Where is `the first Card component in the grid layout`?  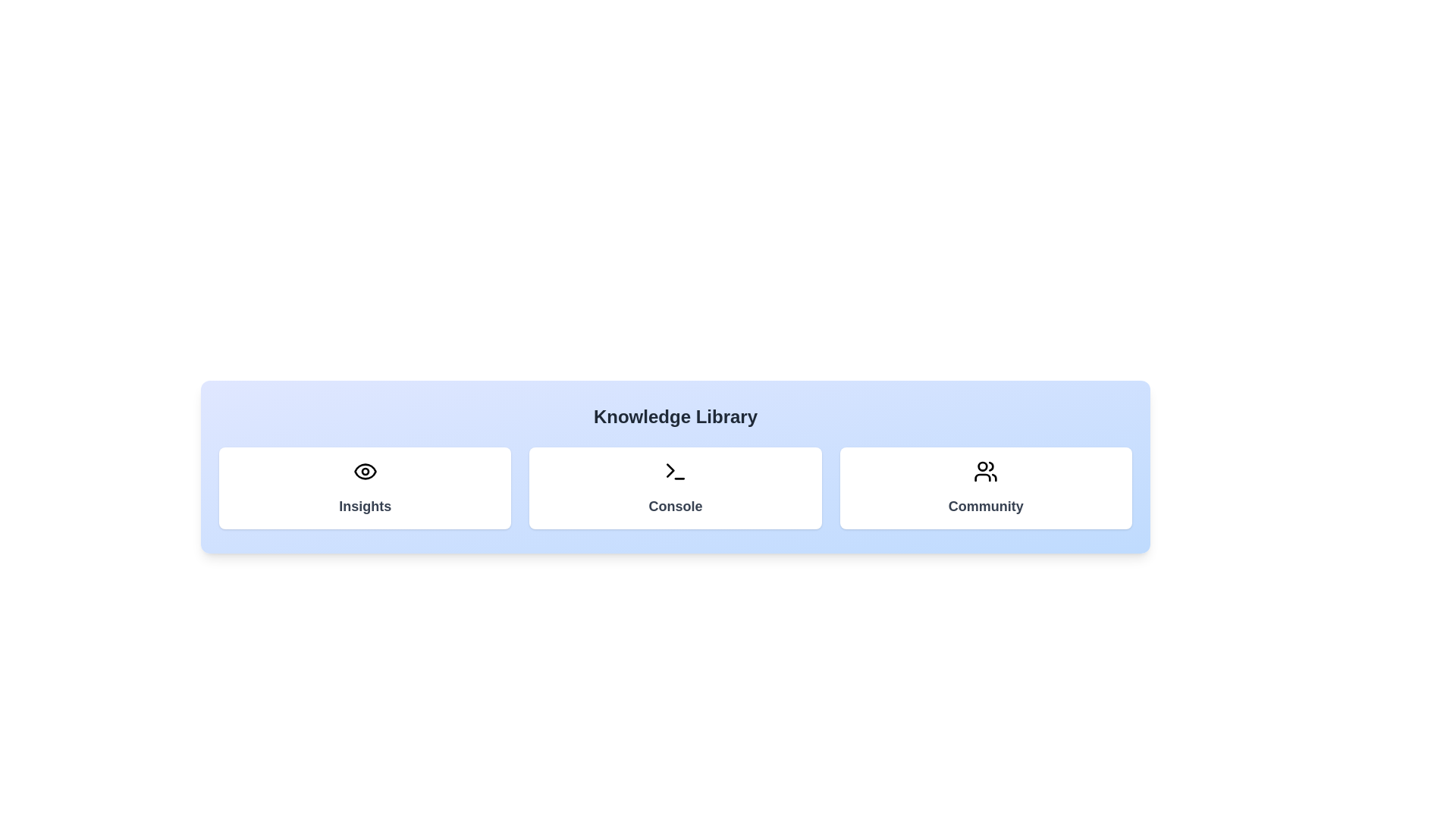 the first Card component in the grid layout is located at coordinates (365, 488).